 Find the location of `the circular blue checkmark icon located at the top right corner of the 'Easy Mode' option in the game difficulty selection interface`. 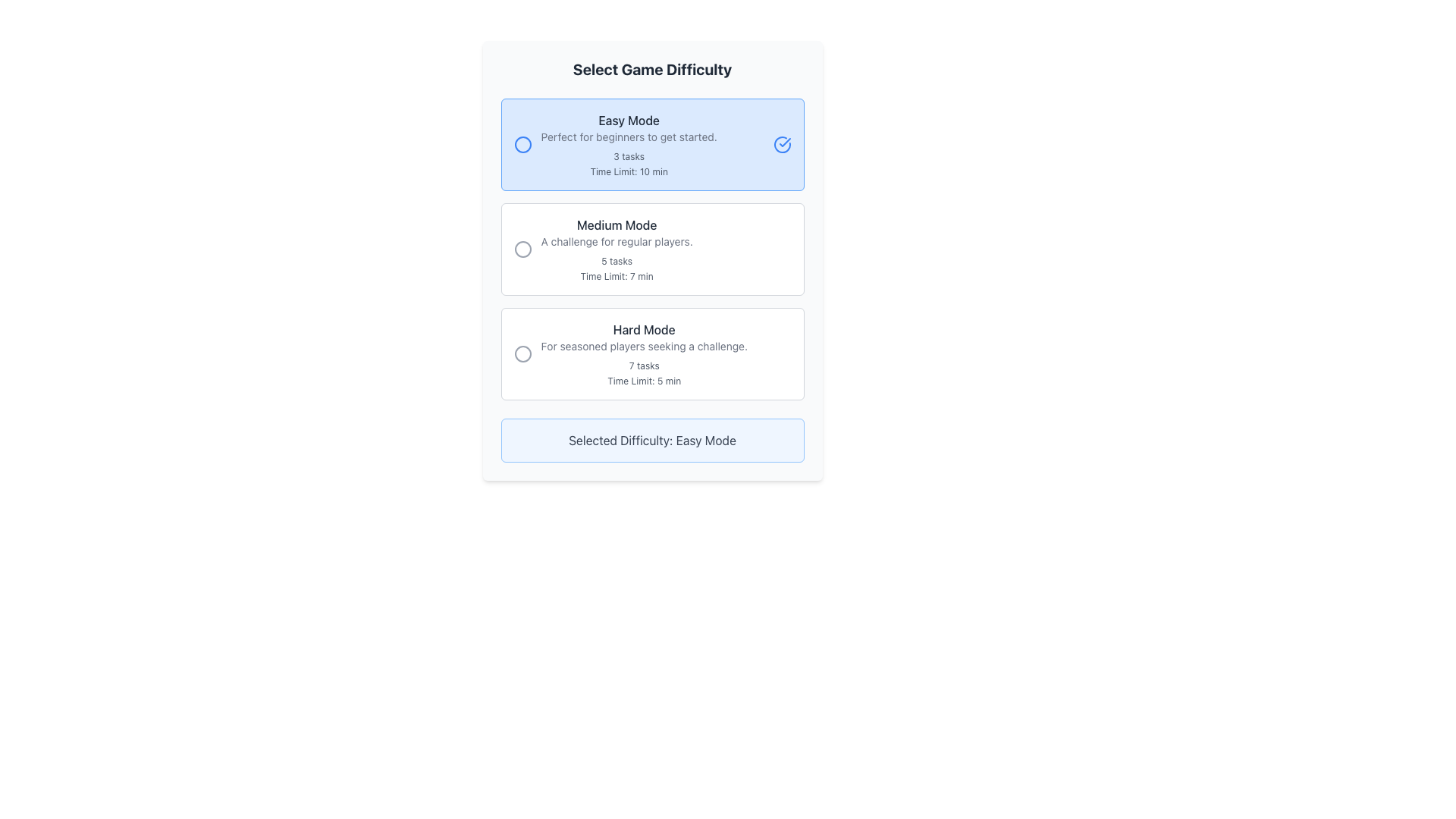

the circular blue checkmark icon located at the top right corner of the 'Easy Mode' option in the game difficulty selection interface is located at coordinates (782, 145).